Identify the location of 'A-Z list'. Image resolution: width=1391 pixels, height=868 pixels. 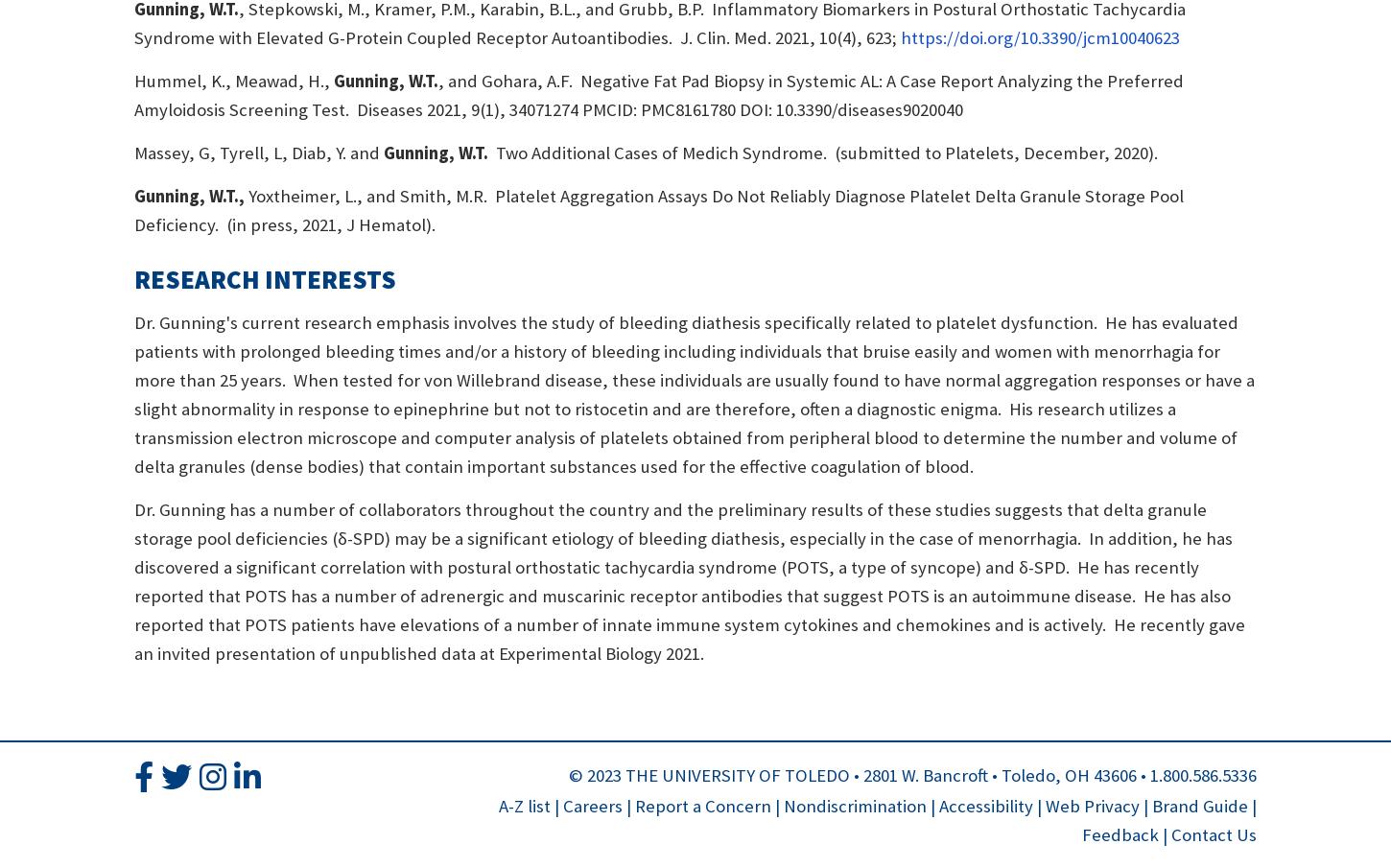
(524, 805).